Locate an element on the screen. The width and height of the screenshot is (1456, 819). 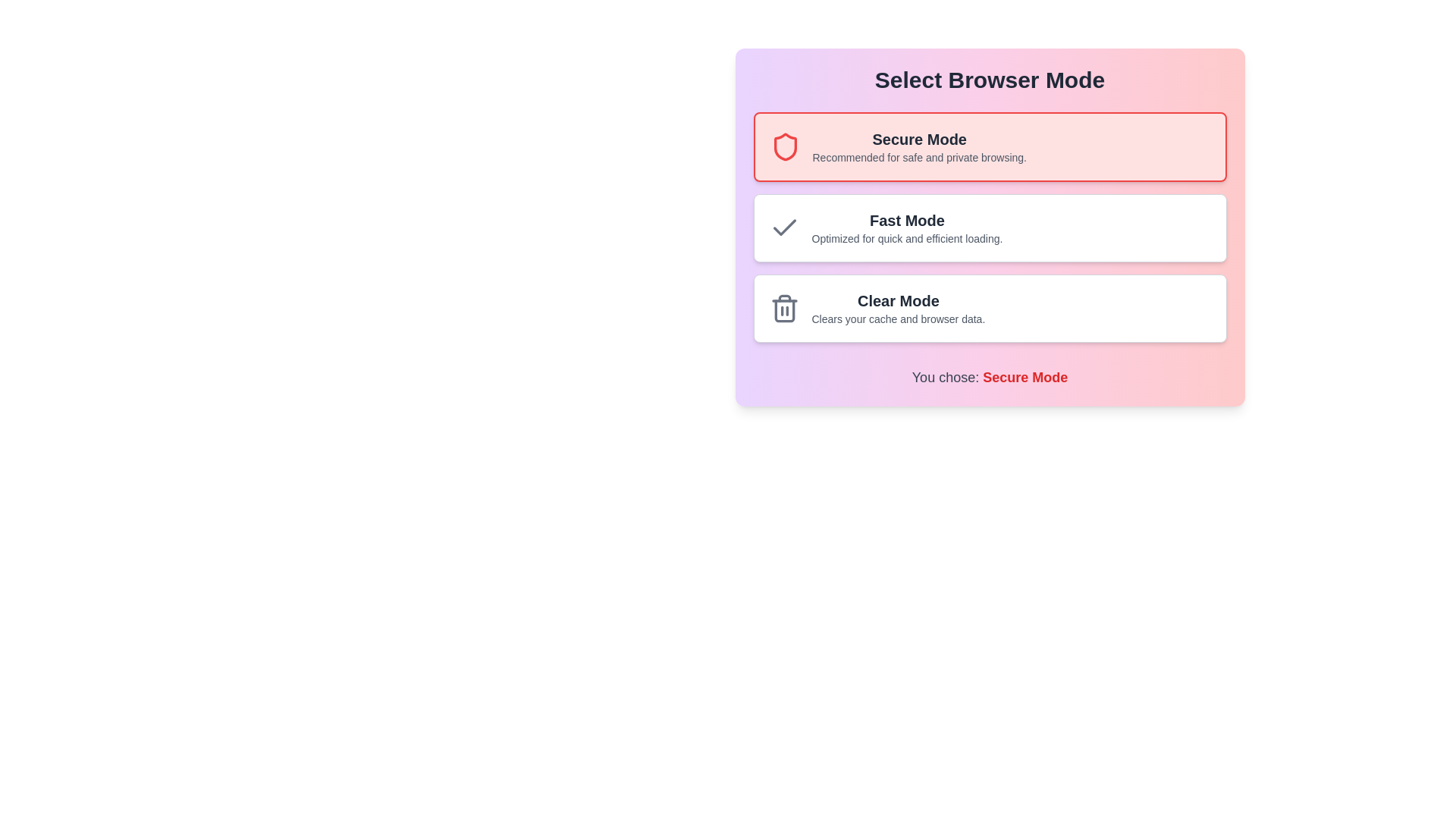
the 'Fast Mode' text label, which is displayed in a bold, large font style with a dark gray color, centrally aligned within its white rectangular box is located at coordinates (907, 220).